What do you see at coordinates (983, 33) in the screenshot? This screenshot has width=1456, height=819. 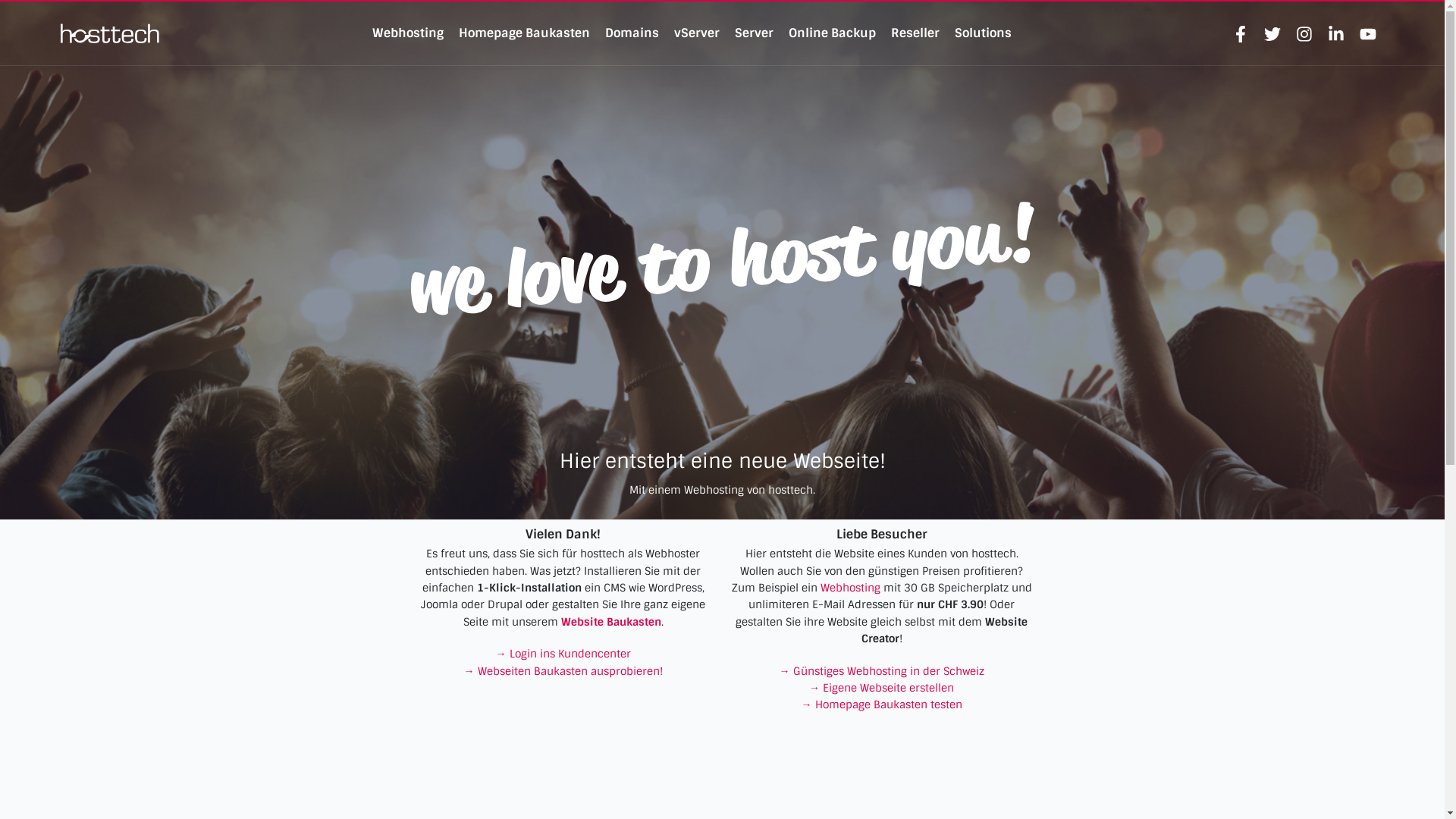 I see `'Solutions'` at bounding box center [983, 33].